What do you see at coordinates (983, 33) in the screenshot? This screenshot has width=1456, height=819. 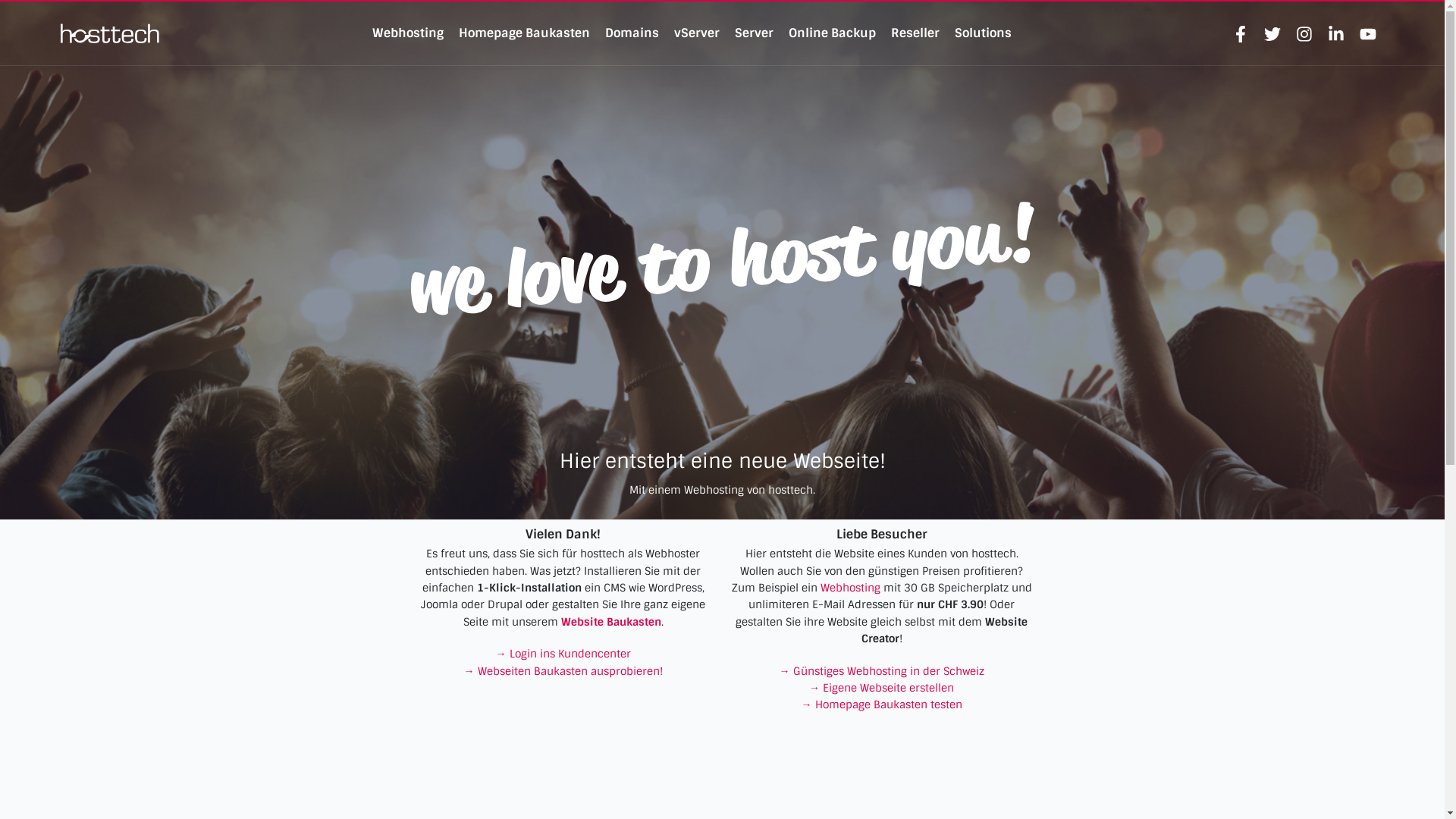 I see `'Solutions'` at bounding box center [983, 33].